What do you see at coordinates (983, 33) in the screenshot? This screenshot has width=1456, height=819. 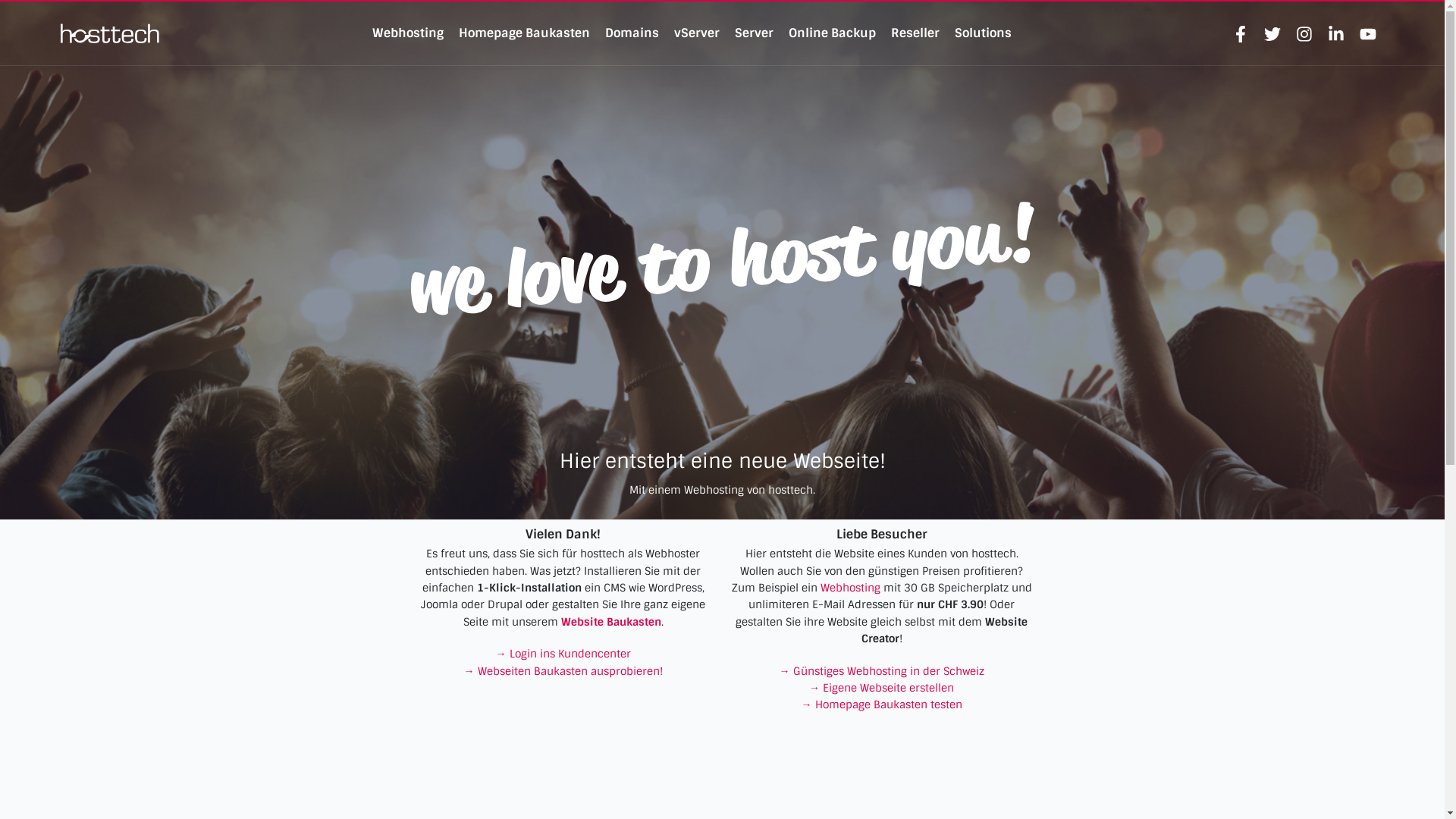 I see `'Solutions'` at bounding box center [983, 33].